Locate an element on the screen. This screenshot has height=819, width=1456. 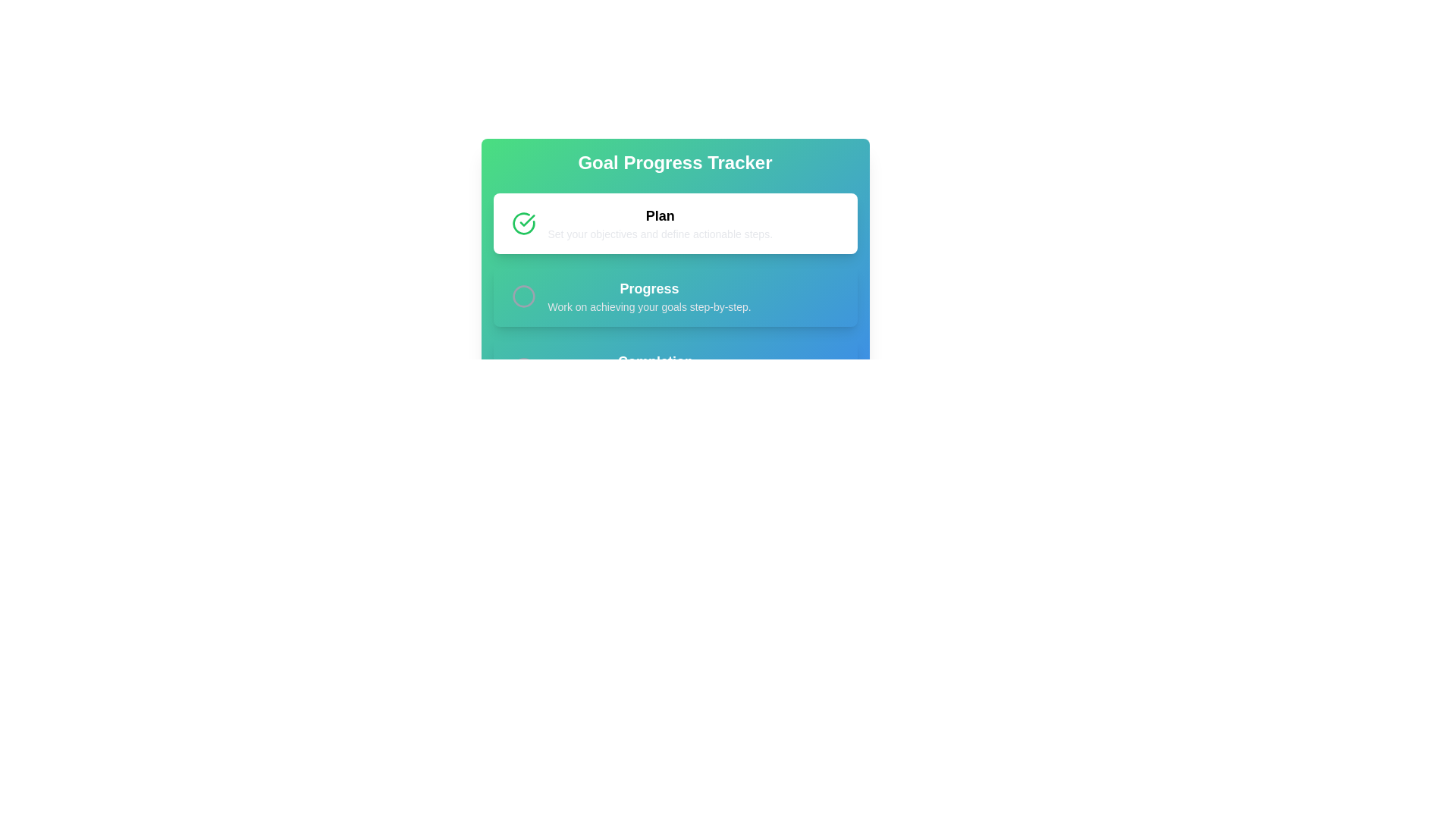
information in the informational card titled 'Progress', which contains the description 'Work on achieving your goals step-by-step.' is located at coordinates (674, 299).